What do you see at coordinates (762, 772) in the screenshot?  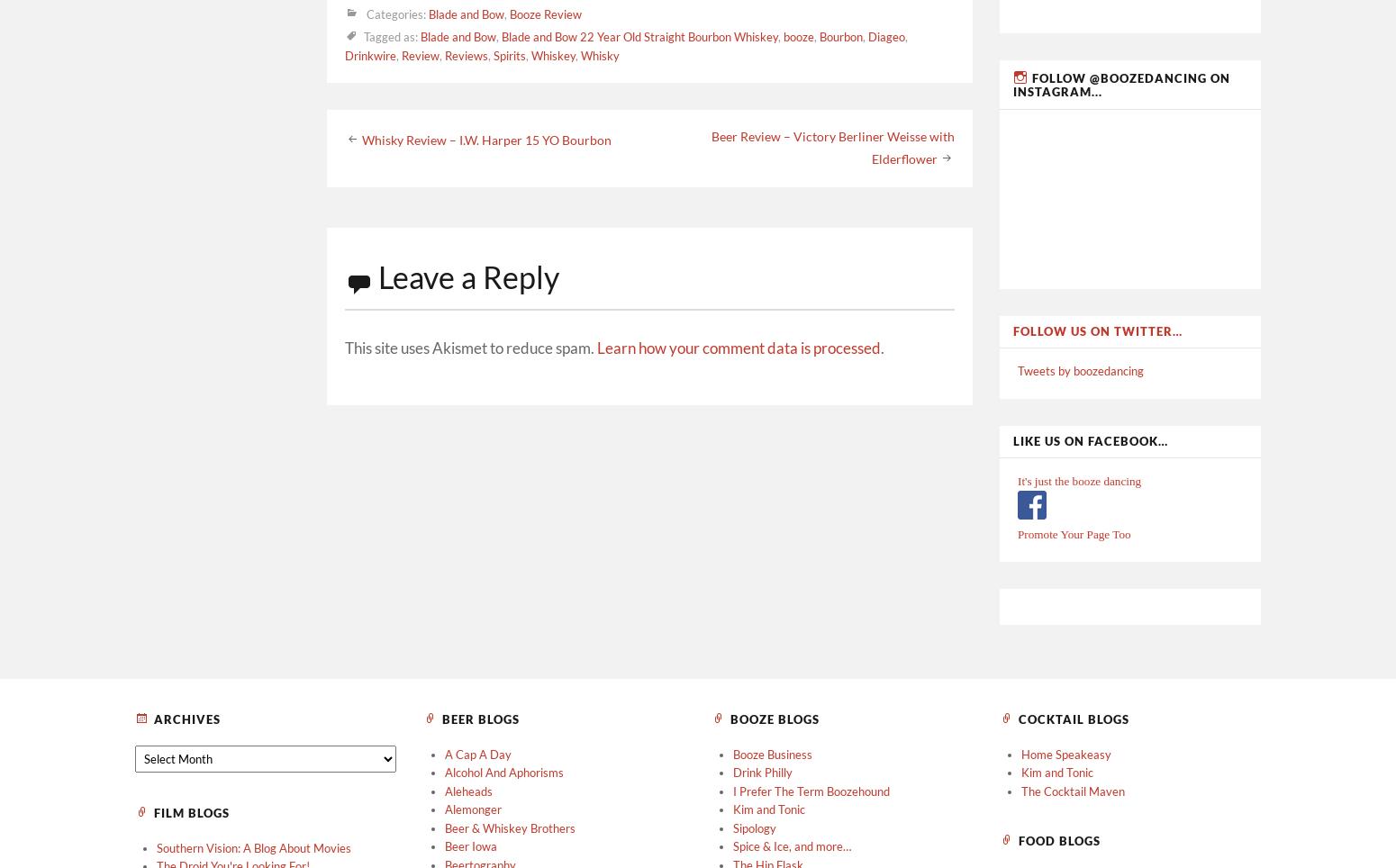 I see `'Drink Philly'` at bounding box center [762, 772].